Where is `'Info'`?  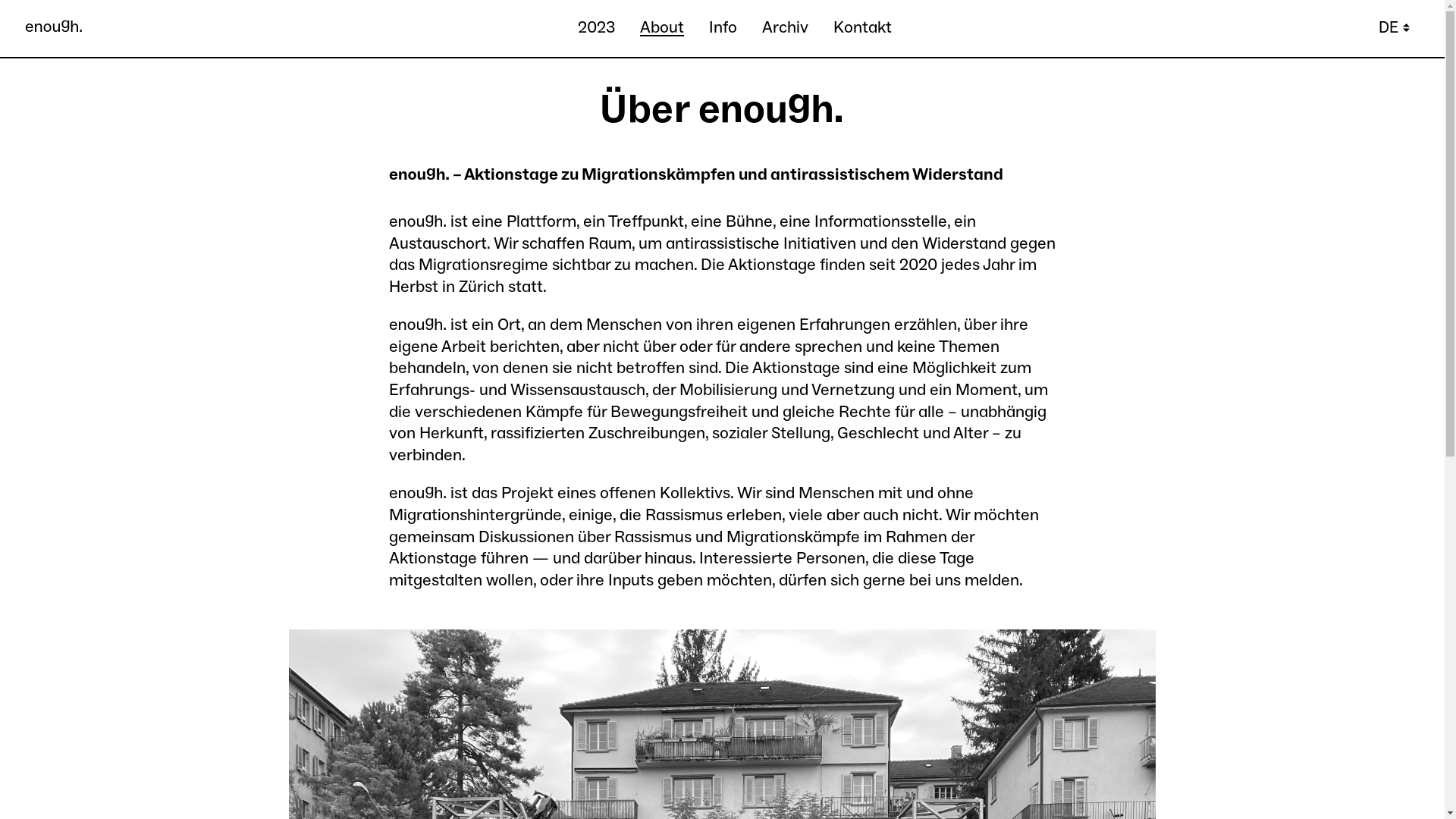
'Info' is located at coordinates (722, 28).